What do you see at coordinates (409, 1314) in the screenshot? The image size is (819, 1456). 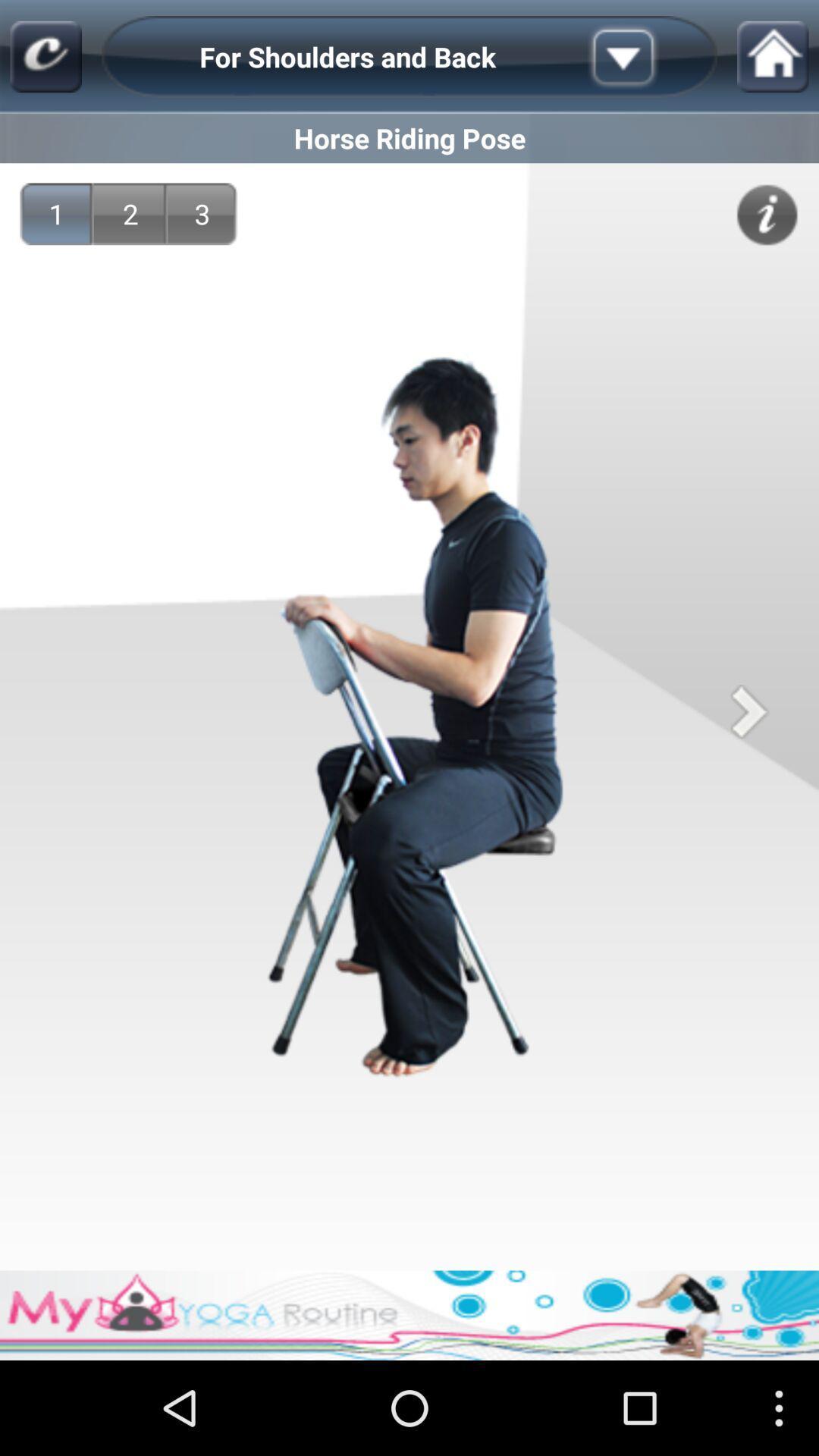 I see `advertisement` at bounding box center [409, 1314].